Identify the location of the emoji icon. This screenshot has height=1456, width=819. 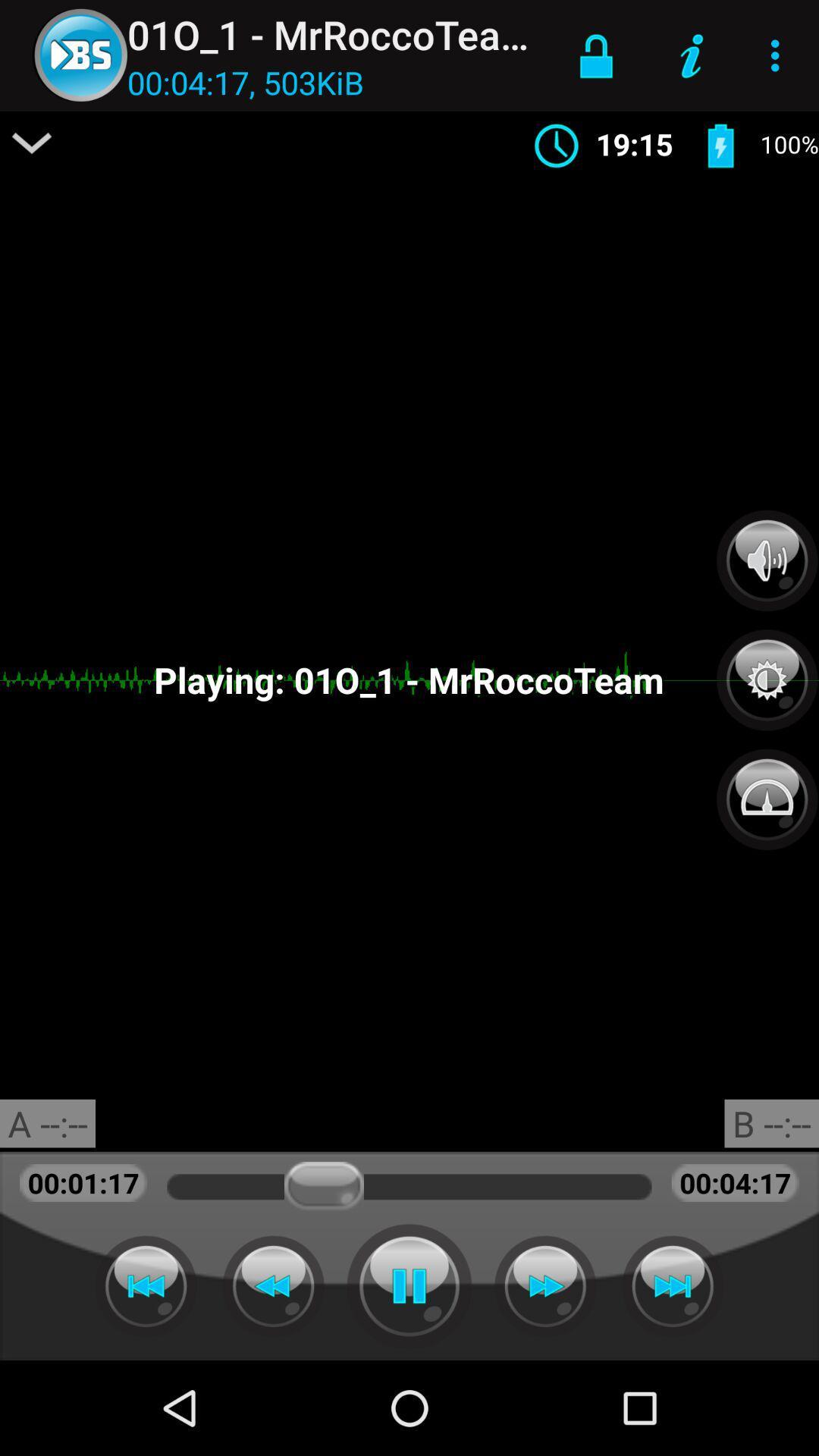
(767, 790).